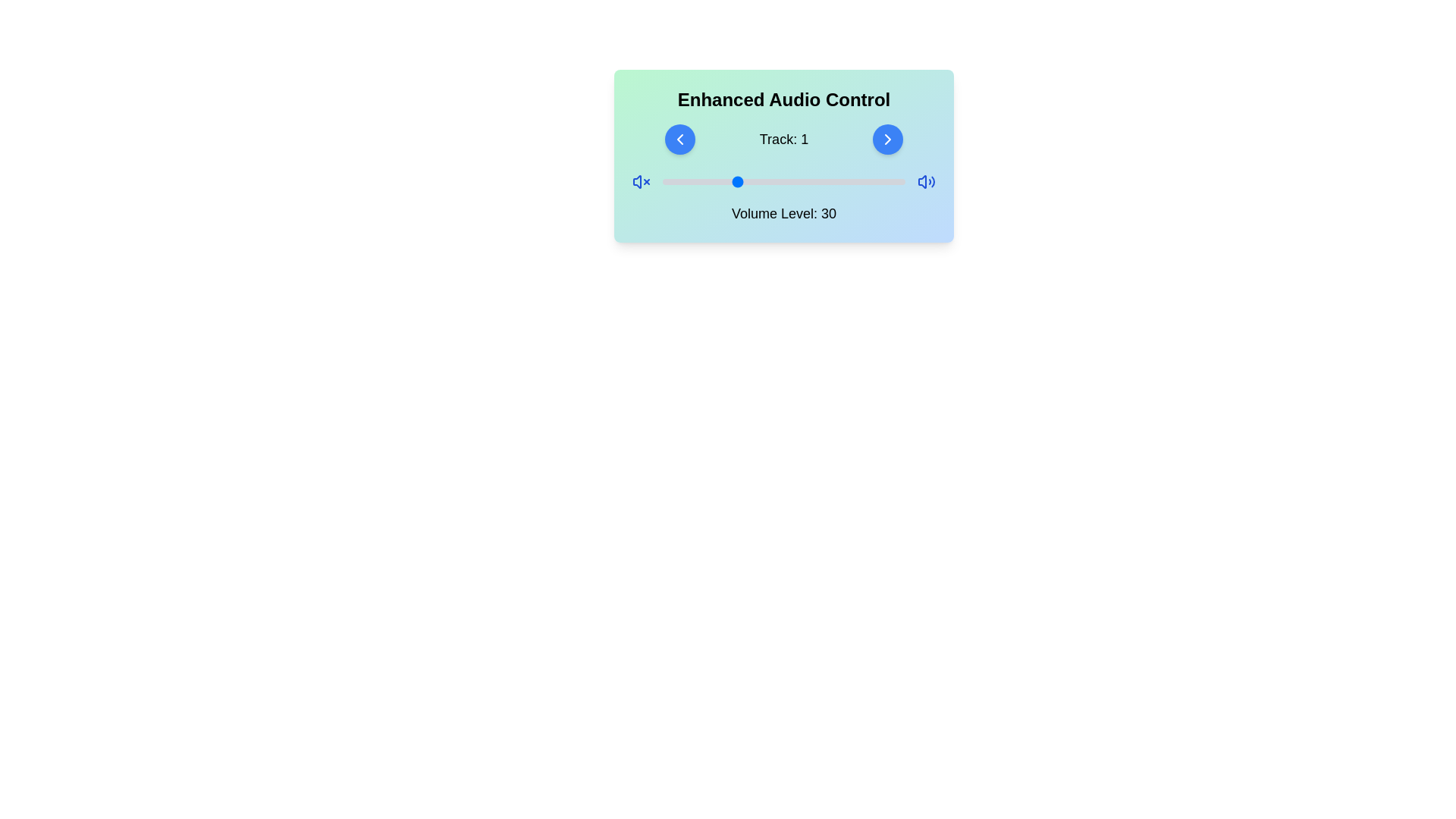 The width and height of the screenshot is (1456, 819). What do you see at coordinates (708, 180) in the screenshot?
I see `the volume slider to set the volume to 19%` at bounding box center [708, 180].